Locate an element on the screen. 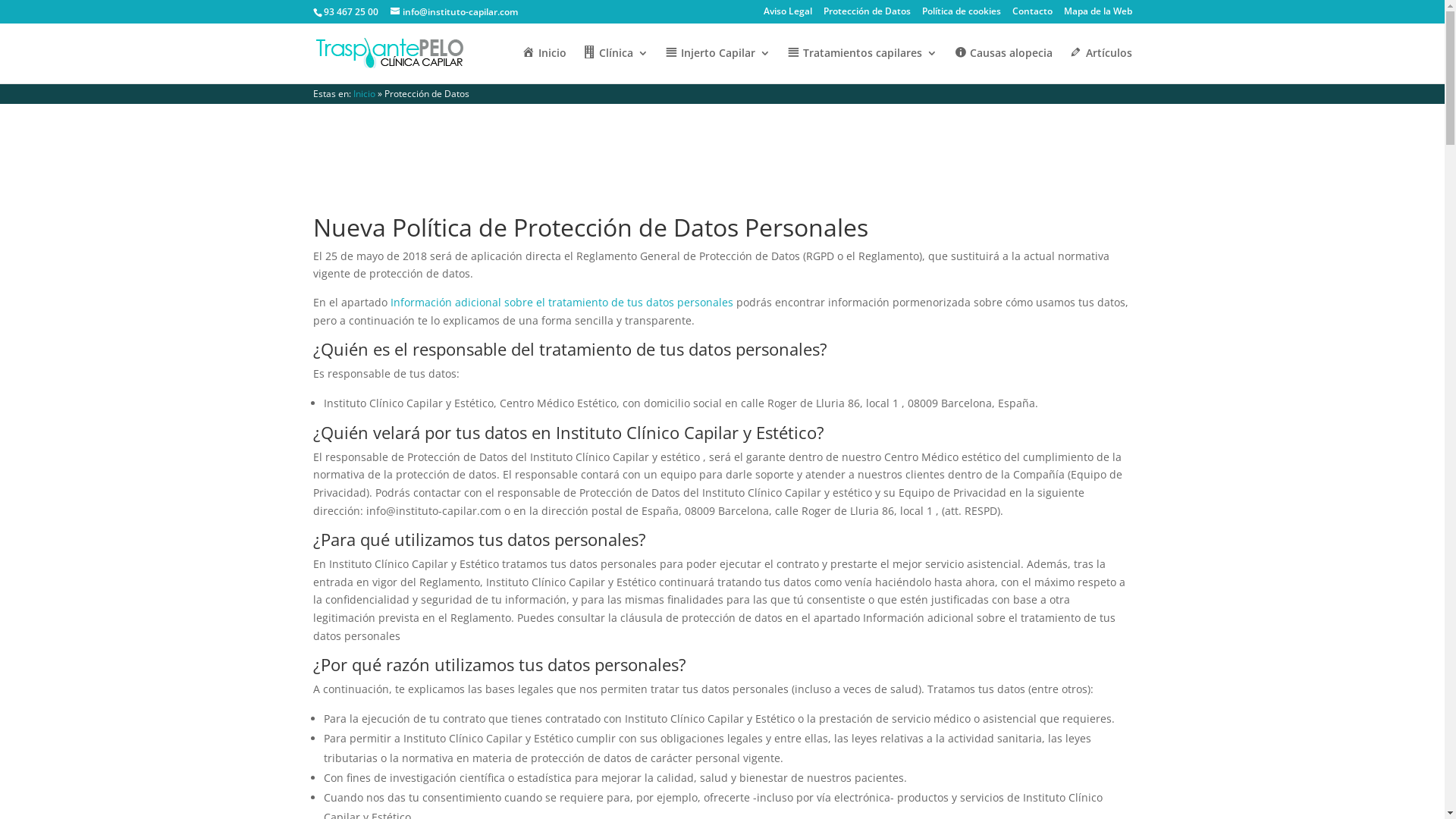 This screenshot has height=819, width=1456. 'Injerto Capilar' is located at coordinates (717, 64).